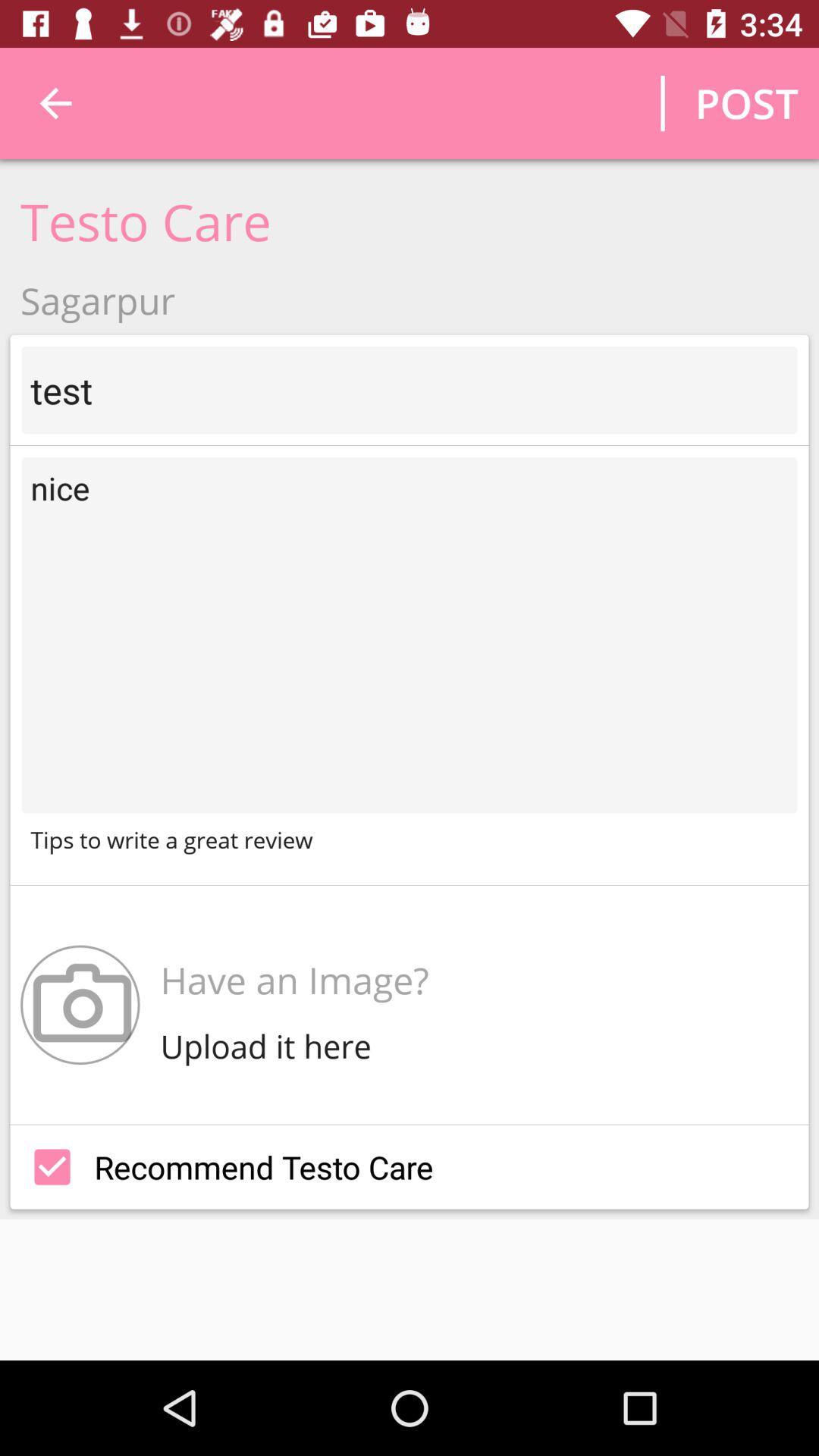  Describe the element at coordinates (409, 635) in the screenshot. I see `the nice` at that location.